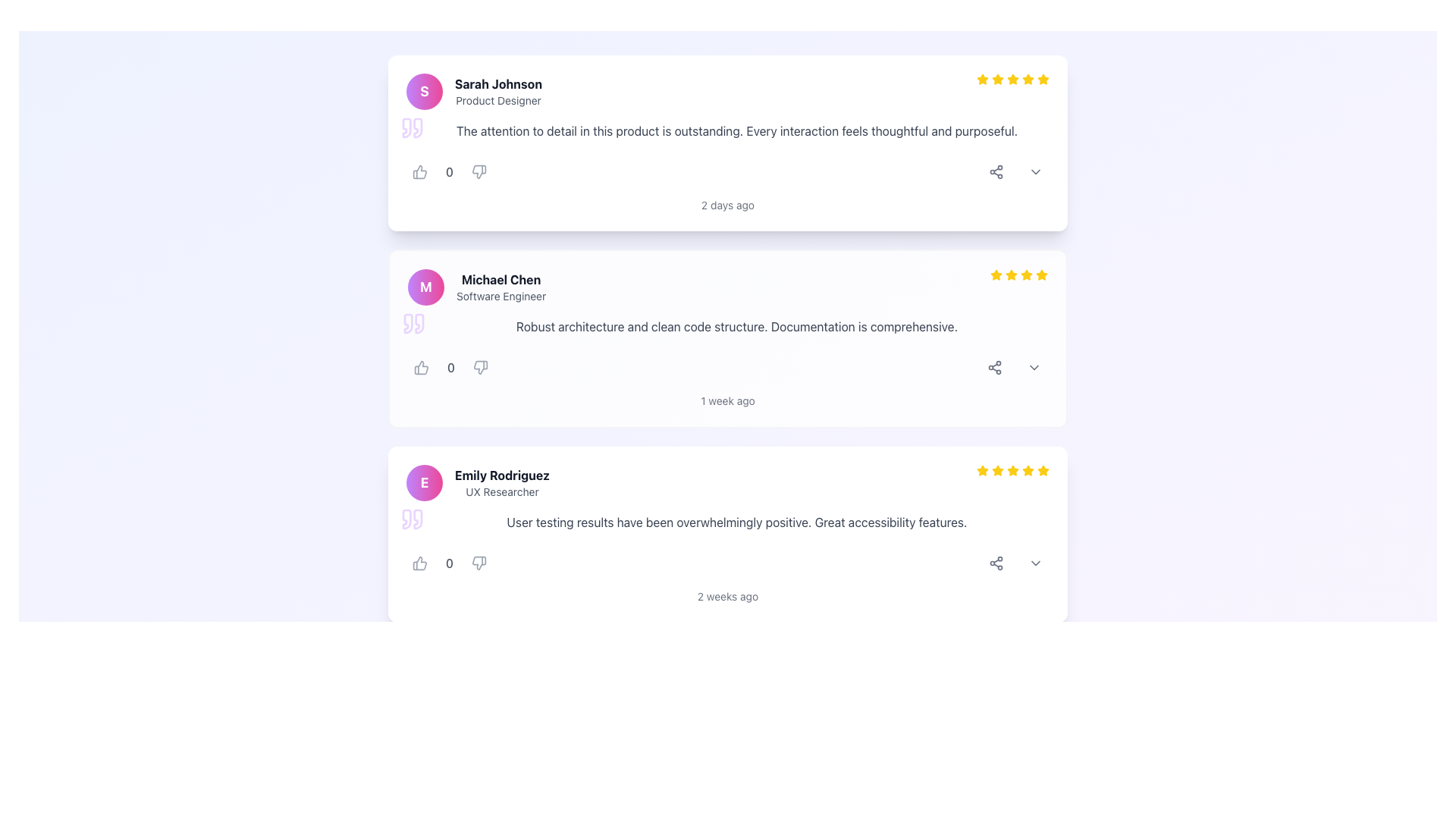  Describe the element at coordinates (728, 522) in the screenshot. I see `the text block below 'Emily Rodriguez' and 'UX Researcher'` at that location.